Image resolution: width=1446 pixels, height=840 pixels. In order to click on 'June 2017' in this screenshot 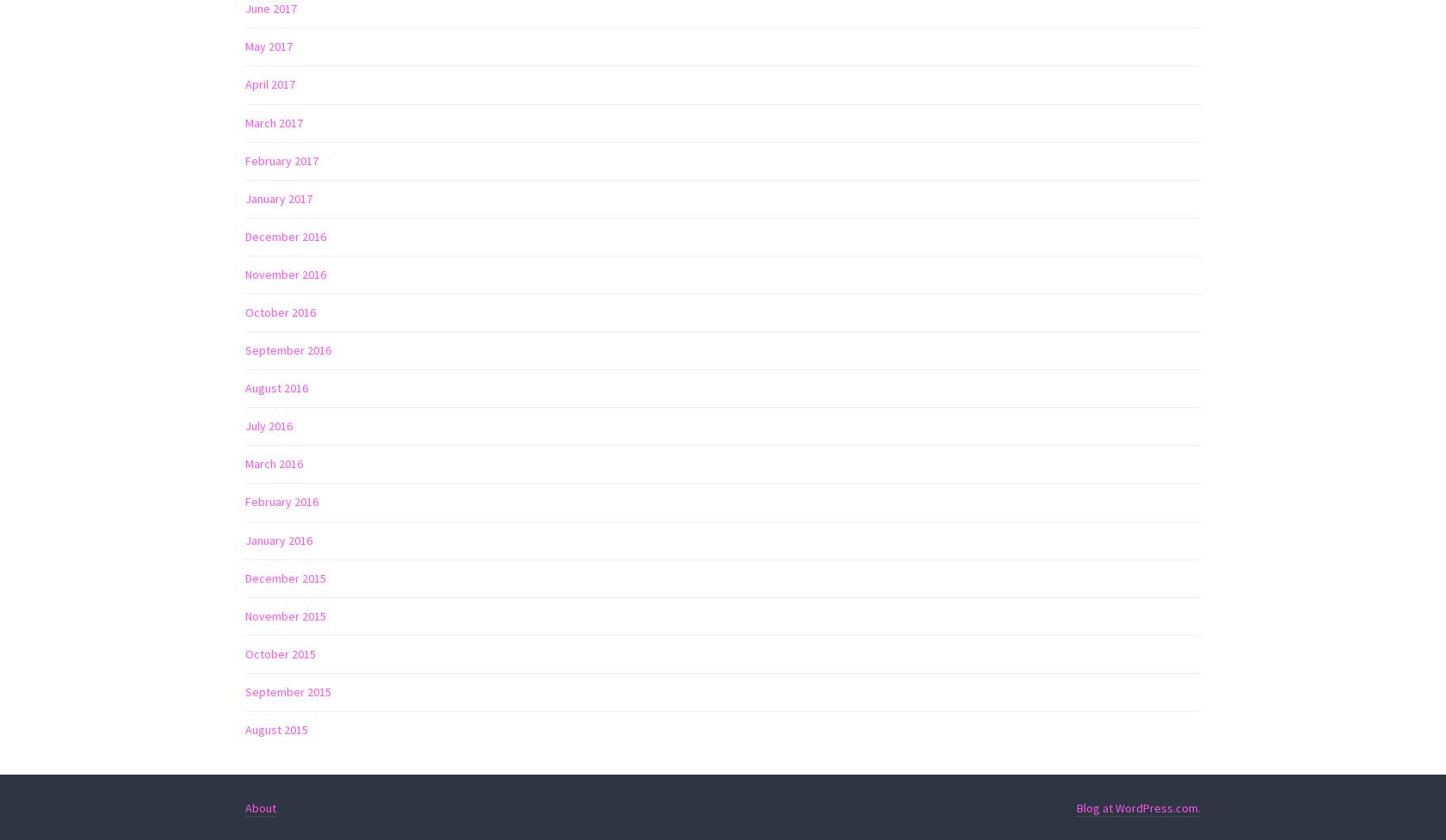, I will do `click(271, 8)`.